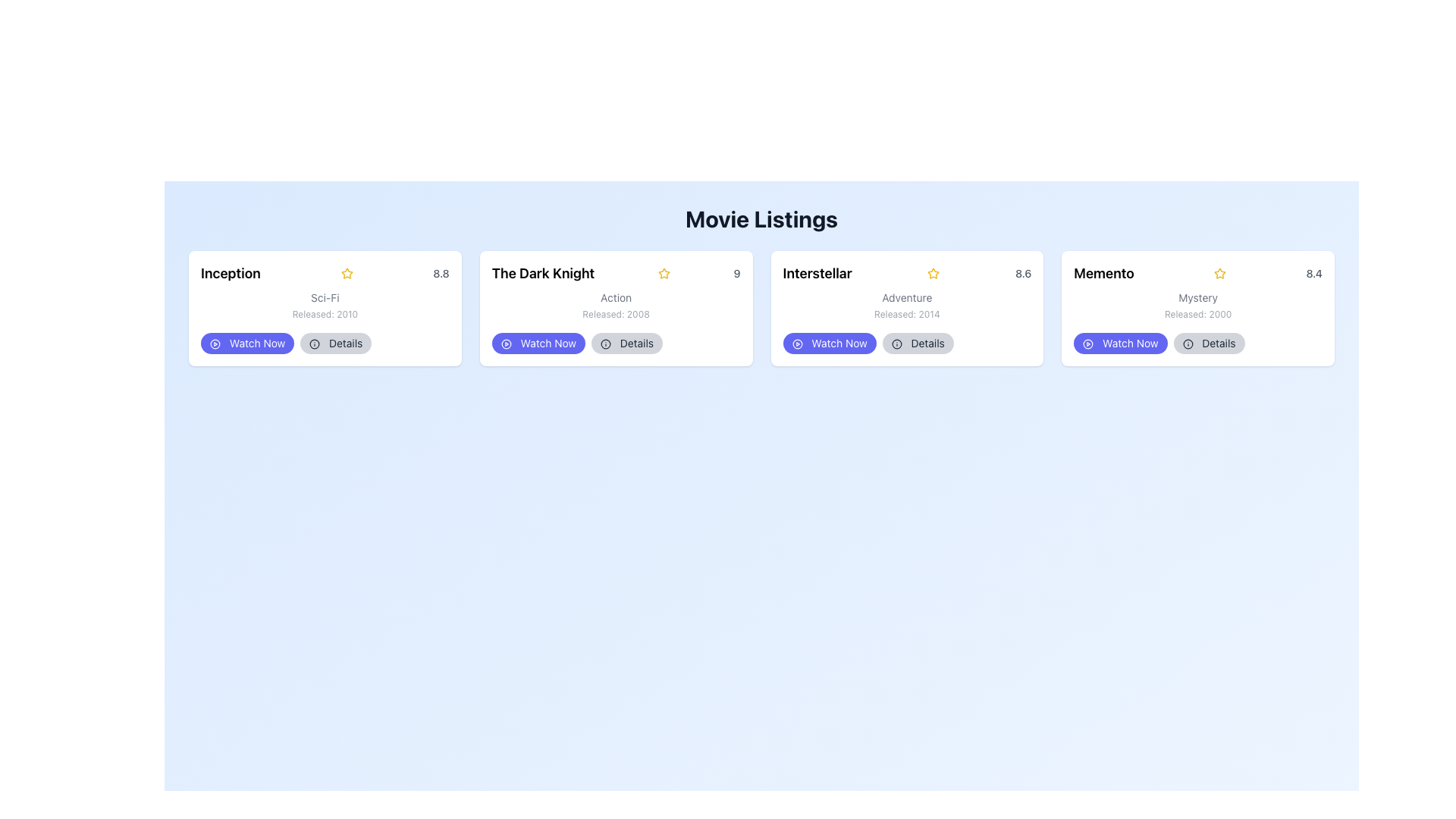  Describe the element at coordinates (506, 344) in the screenshot. I see `the circle icon within the SVG graphic of the play button associated with the 'Watch Now' button for 'The Dark Knight' movie card to initiate playback` at that location.